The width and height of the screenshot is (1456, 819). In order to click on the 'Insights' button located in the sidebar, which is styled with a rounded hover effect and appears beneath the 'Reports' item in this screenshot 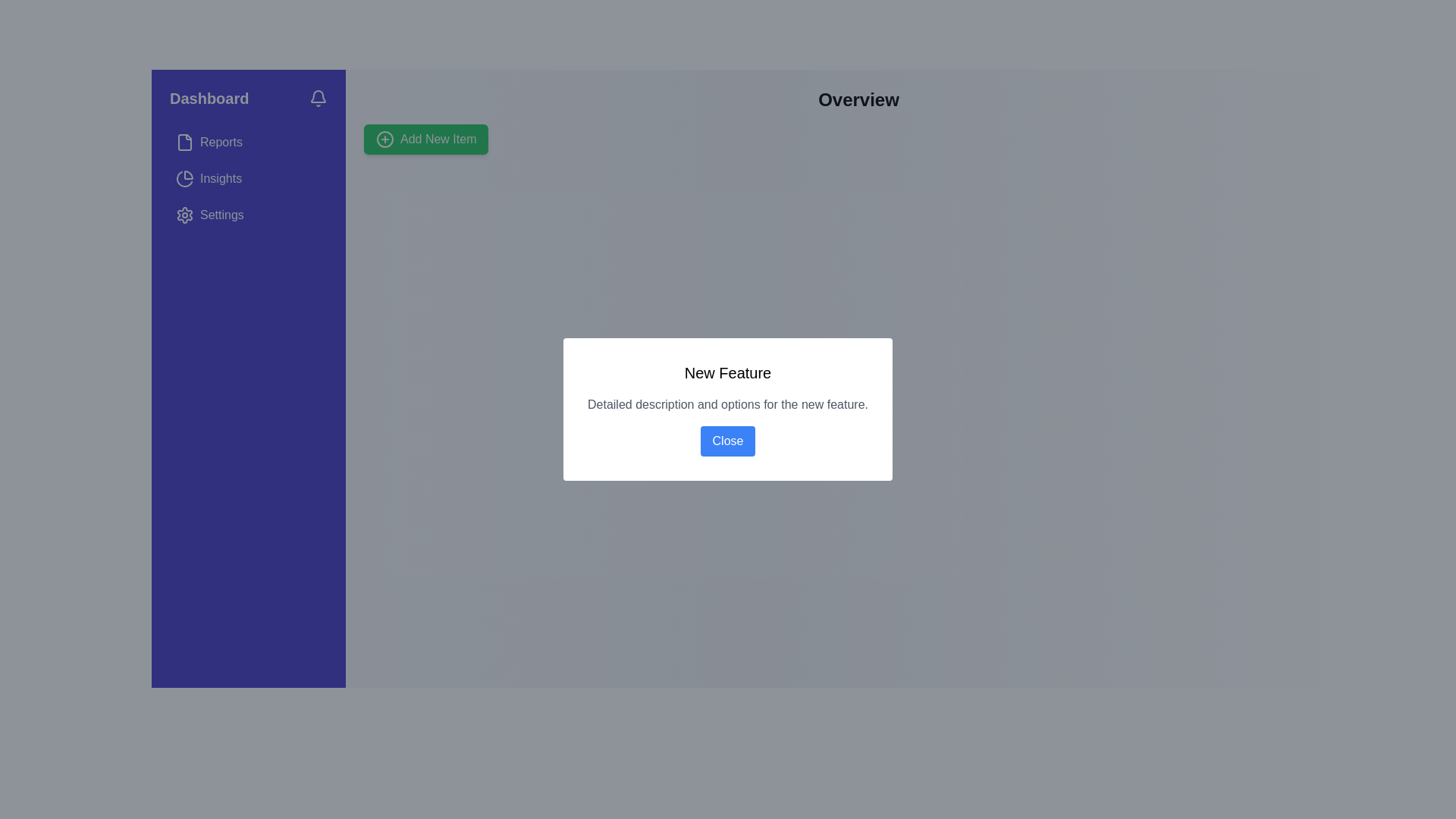, I will do `click(208, 177)`.